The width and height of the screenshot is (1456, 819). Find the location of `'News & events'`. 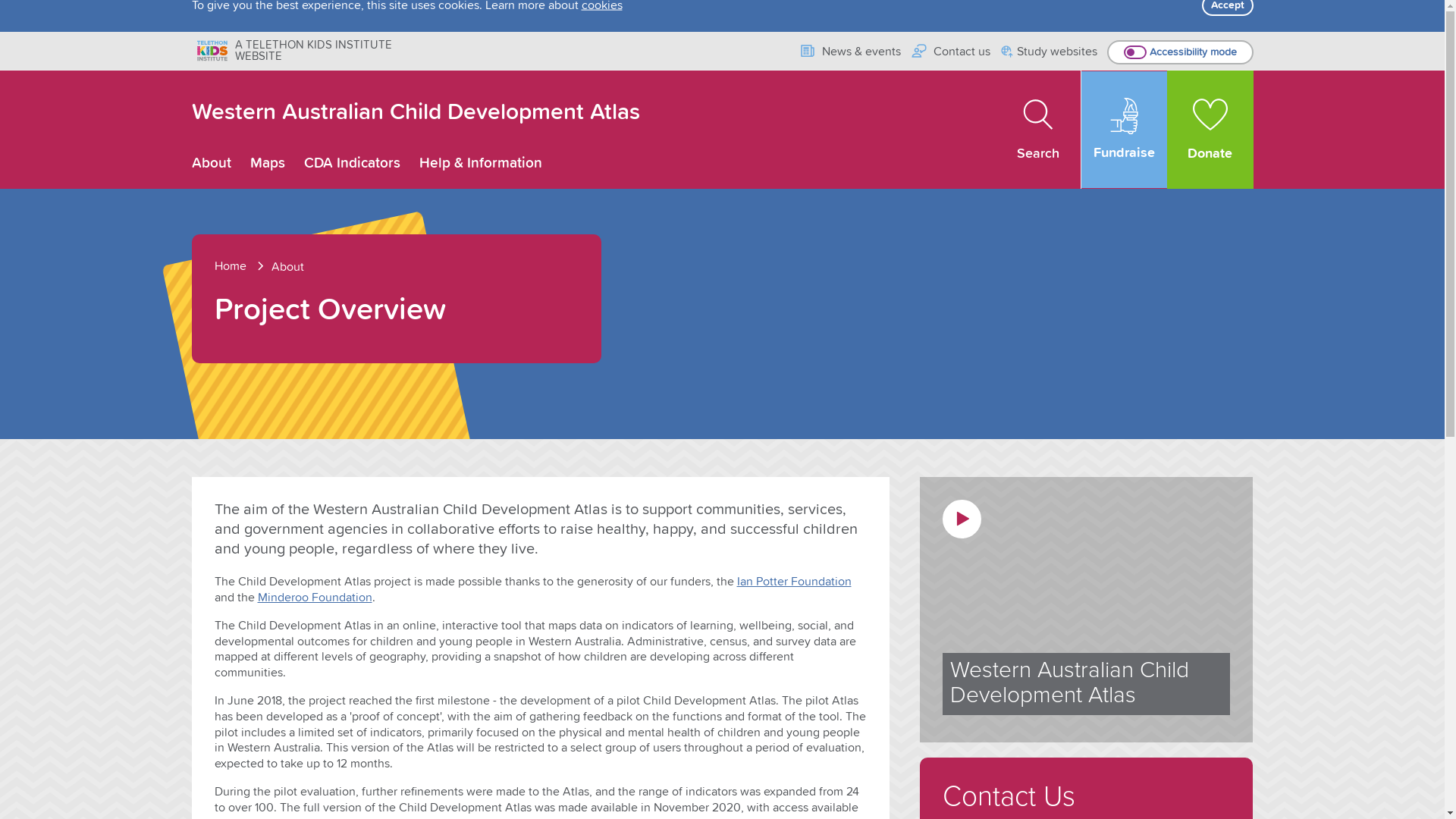

'News & events' is located at coordinates (849, 51).